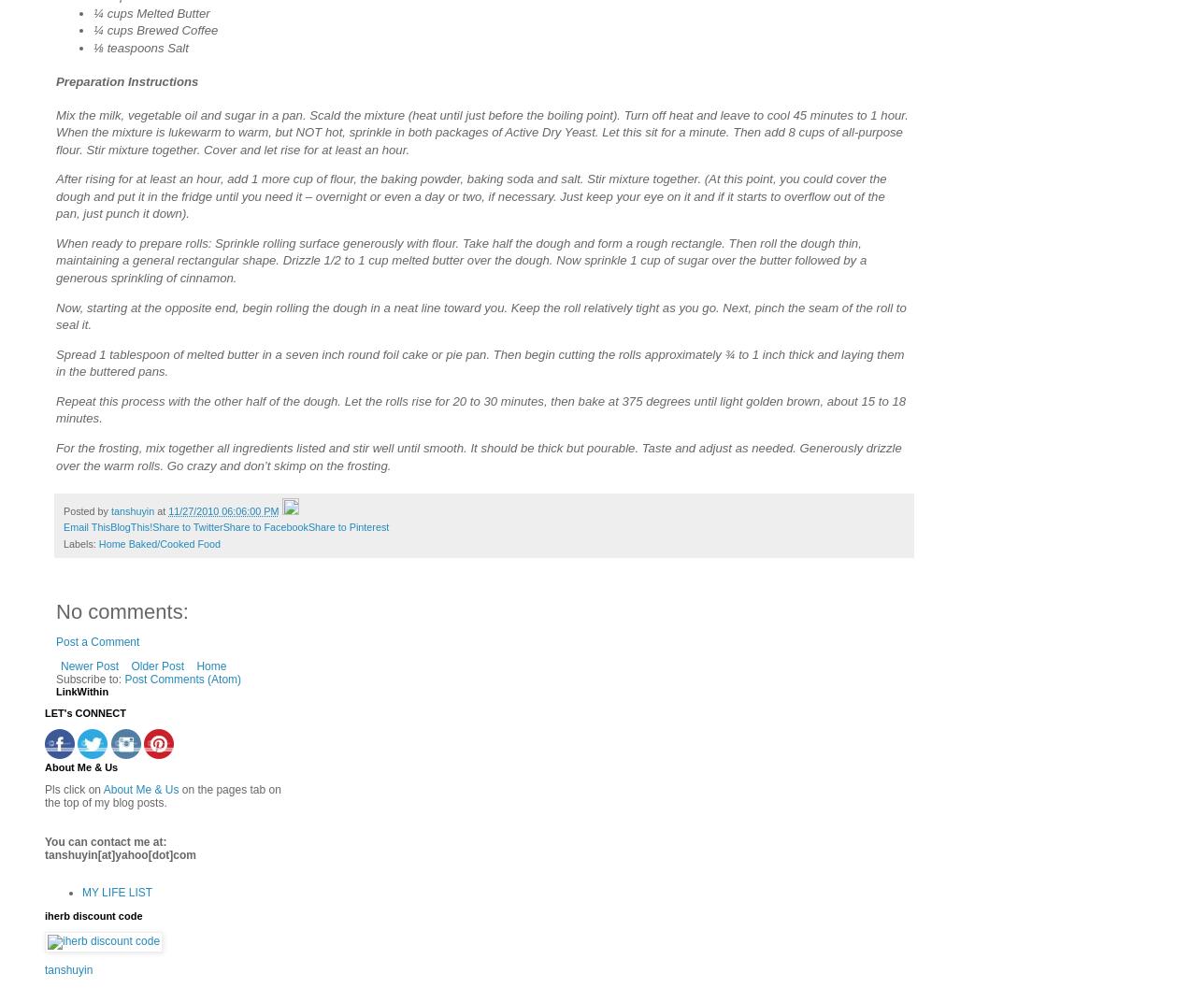  Describe the element at coordinates (223, 509) in the screenshot. I see `'11/27/2010 06:06:00 PM'` at that location.